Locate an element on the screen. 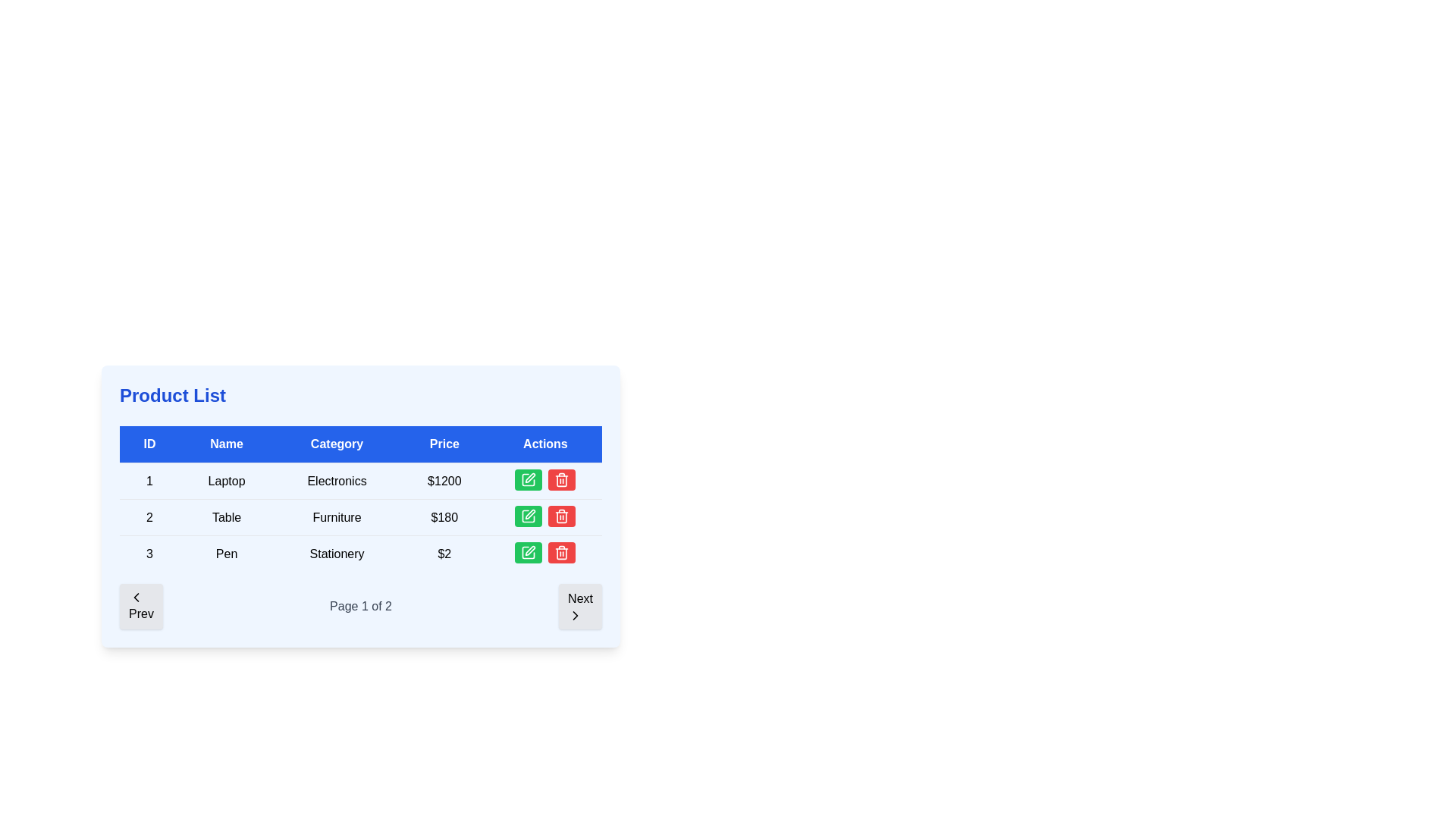 This screenshot has width=1456, height=819. the trash can icon in the 'Actions' column is located at coordinates (561, 553).